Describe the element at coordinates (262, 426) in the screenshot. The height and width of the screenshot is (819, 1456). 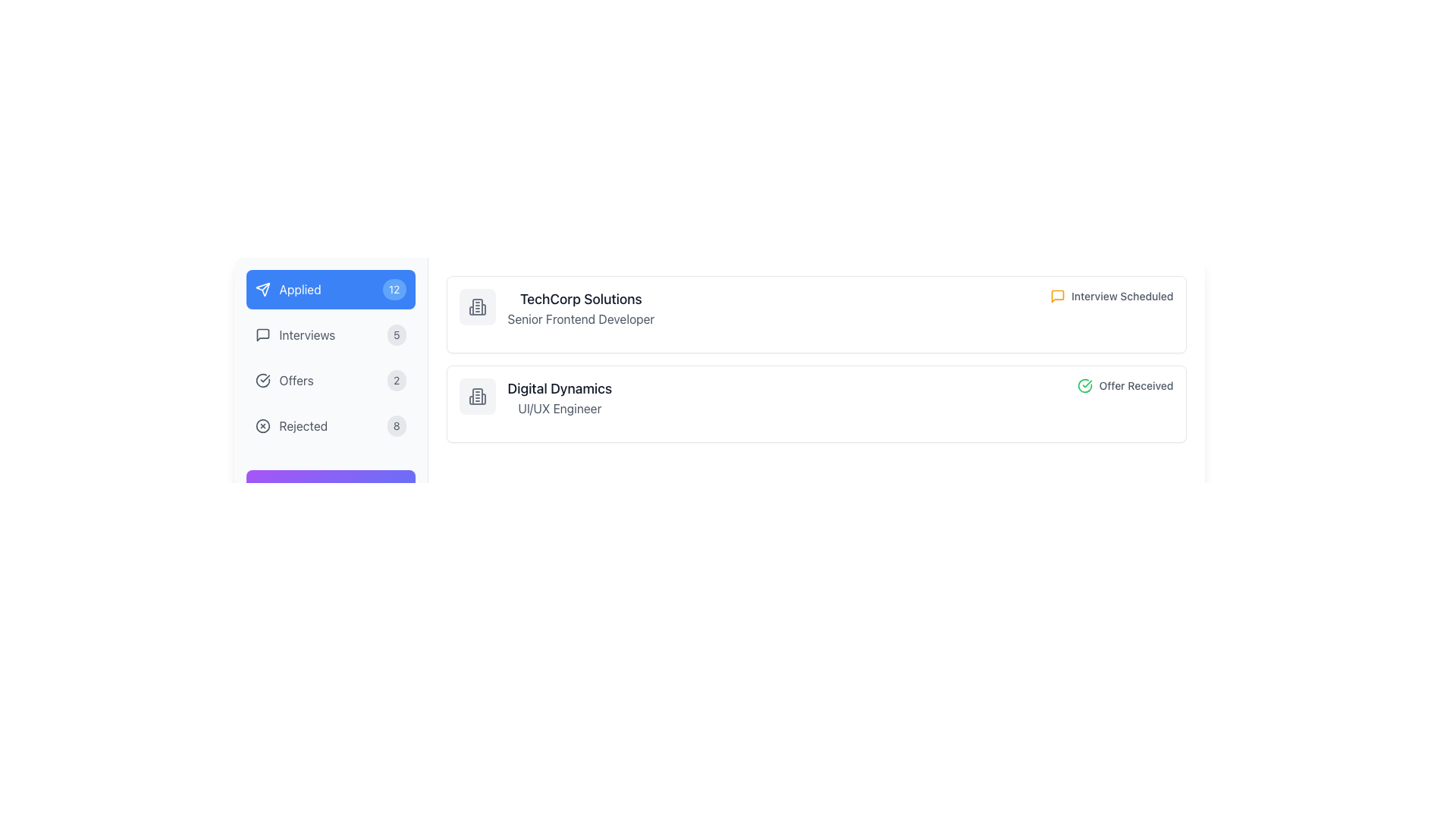
I see `the inner SVG circle element located beside the 'Rejected' menu item in the sidebar navigation` at that location.